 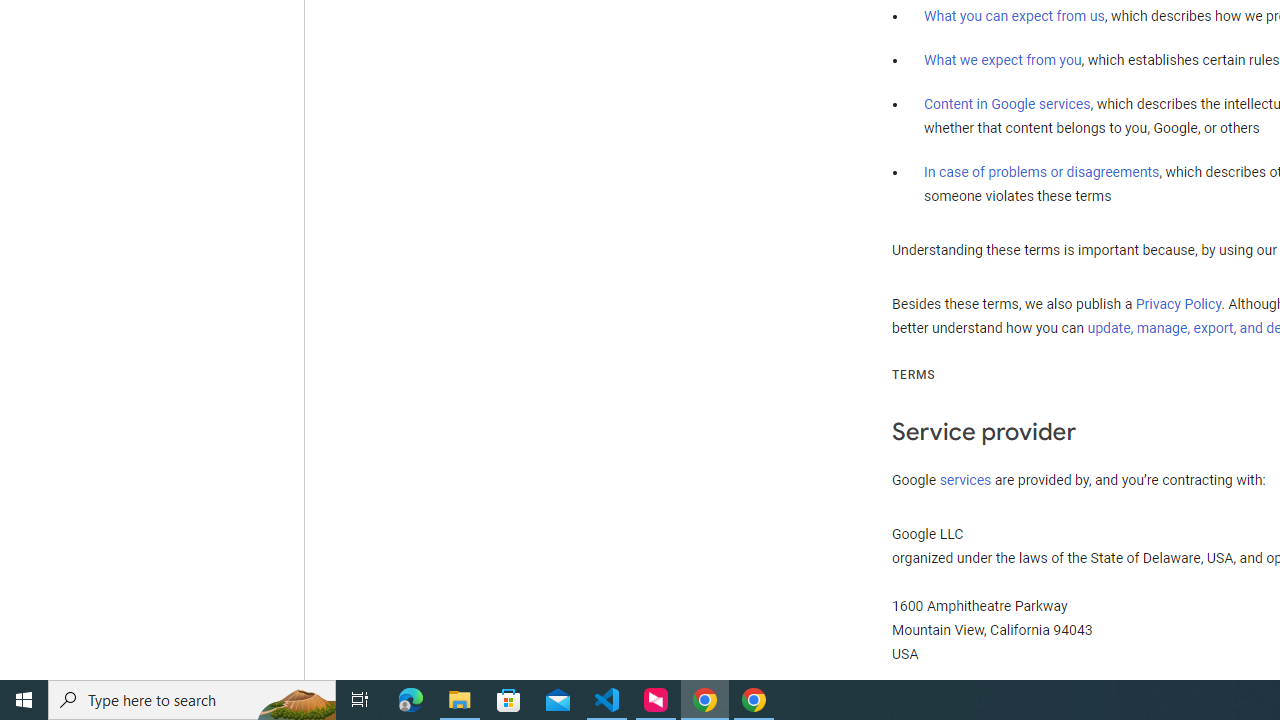 I want to click on 'In case of problems or disagreements', so click(x=1040, y=170).